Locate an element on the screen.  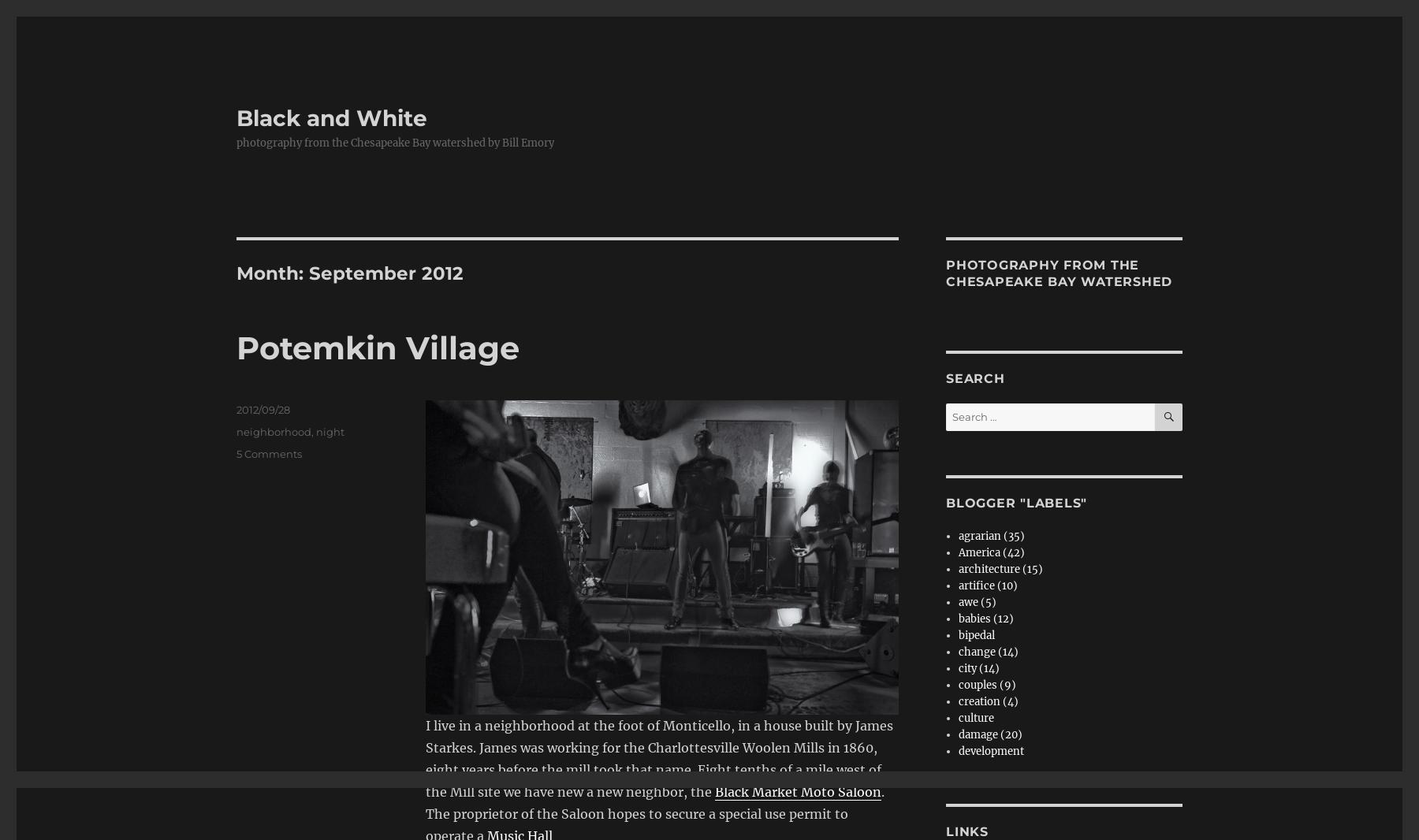
'neighborhood' is located at coordinates (274, 431).